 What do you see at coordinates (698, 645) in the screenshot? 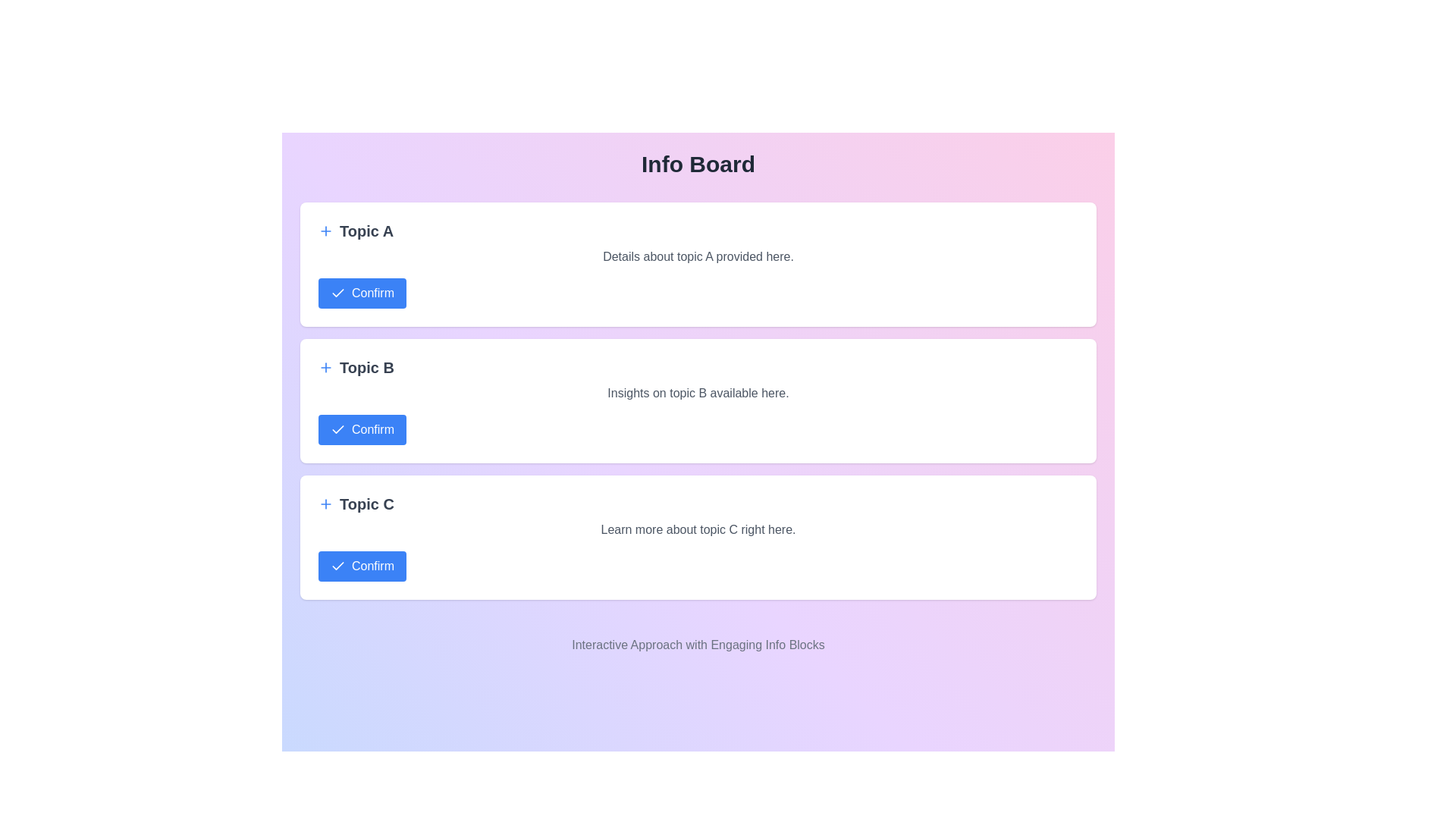
I see `the text label reading 'Interactive Approach with Engaging Info Blocks', which is styled with a subtle font color and located at the bottom of the display within a gradient-styled section` at bounding box center [698, 645].